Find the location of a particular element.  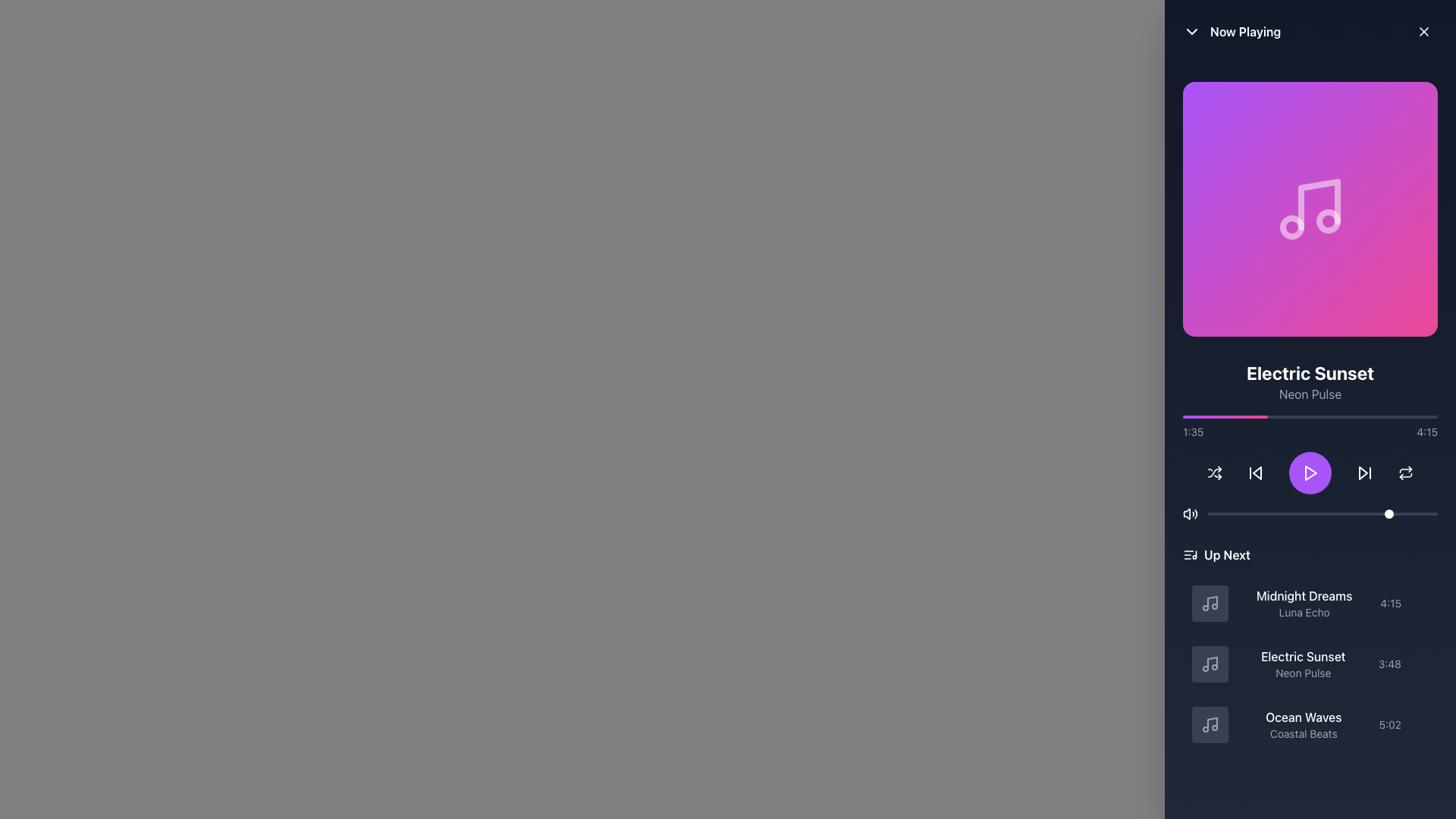

the volume slider is located at coordinates (1305, 513).